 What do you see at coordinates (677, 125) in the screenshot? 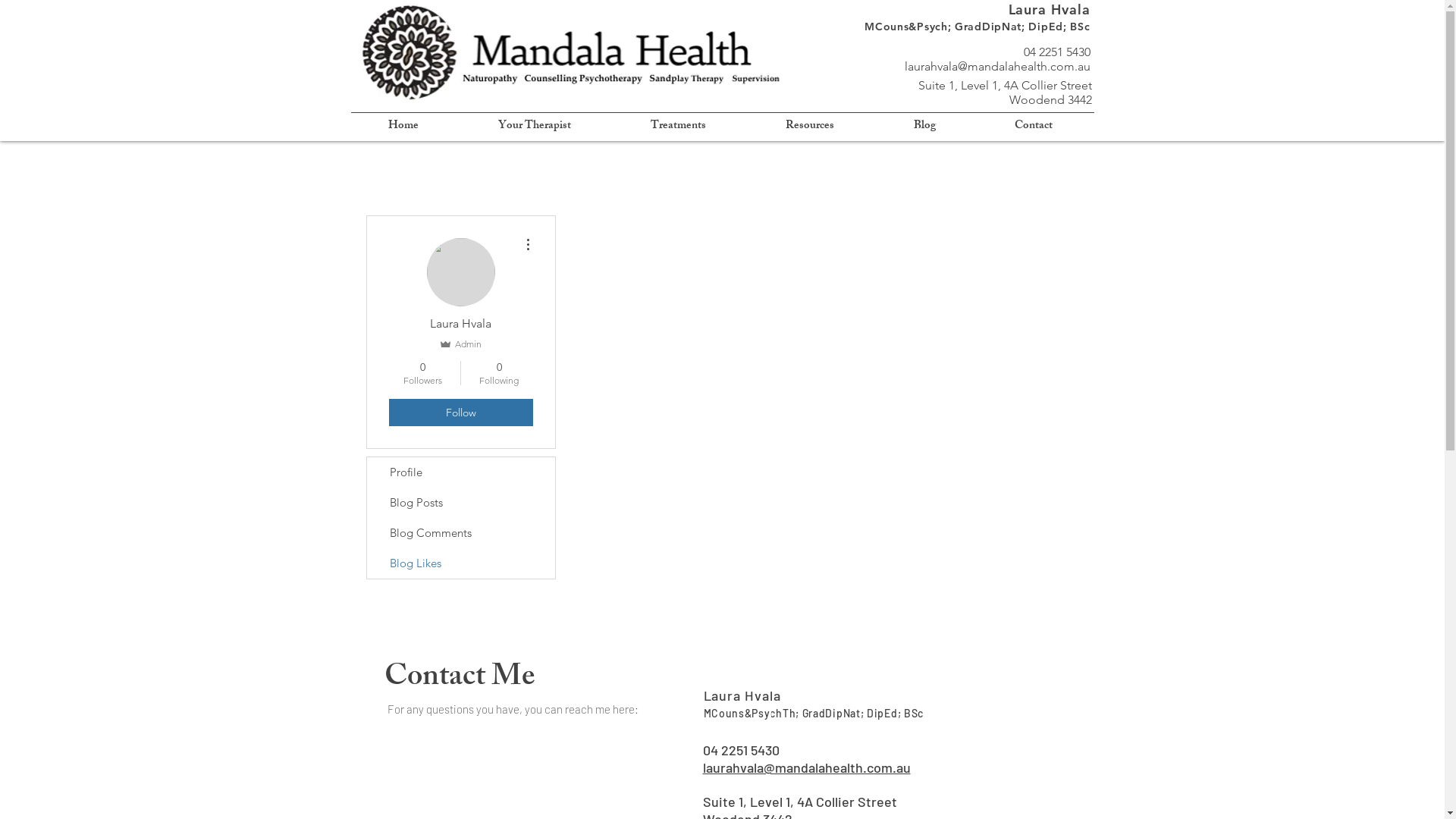
I see `'Treatments'` at bounding box center [677, 125].